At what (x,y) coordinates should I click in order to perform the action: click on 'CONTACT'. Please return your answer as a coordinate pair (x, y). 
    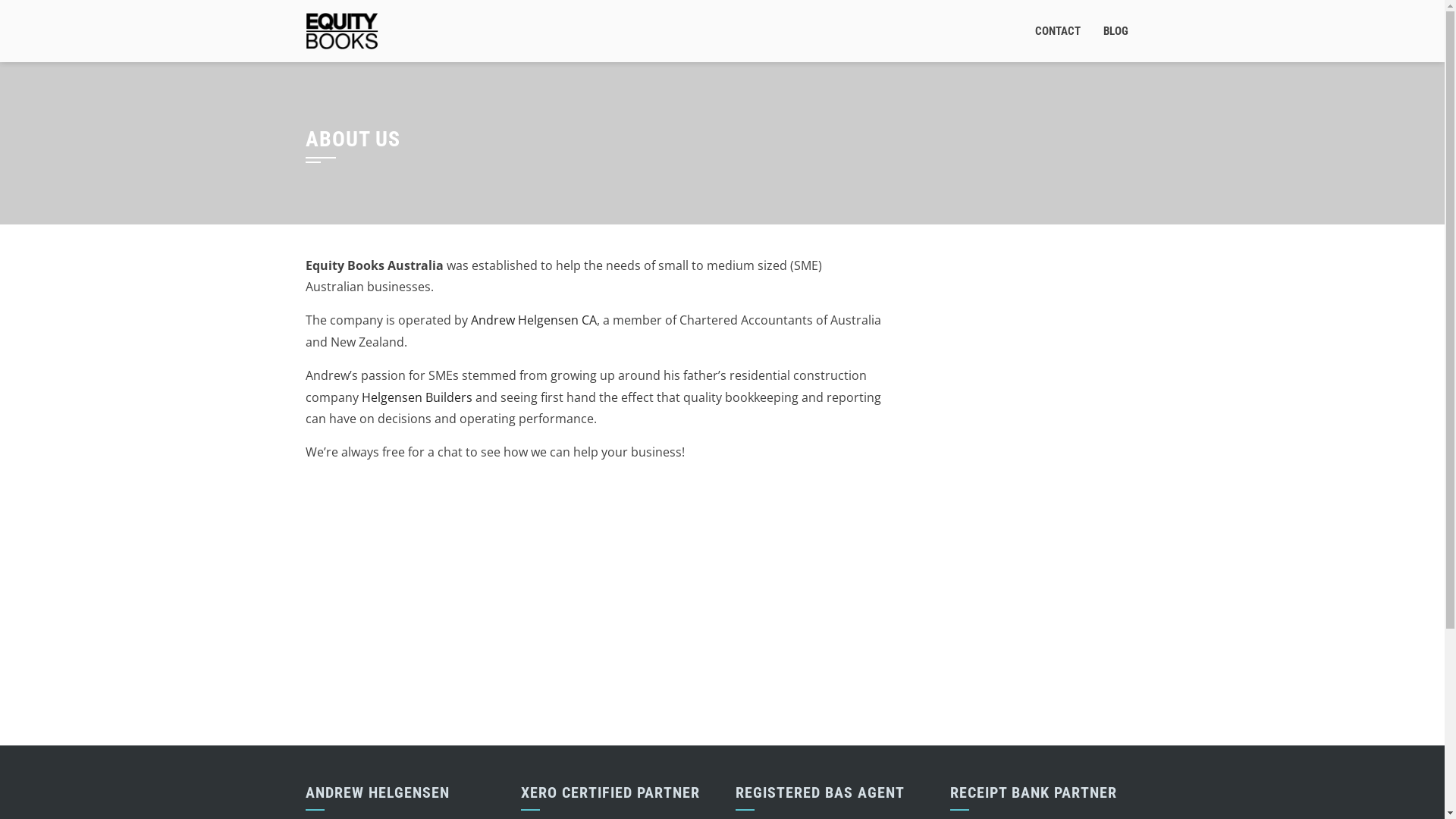
    Looking at the image, I should click on (1057, 31).